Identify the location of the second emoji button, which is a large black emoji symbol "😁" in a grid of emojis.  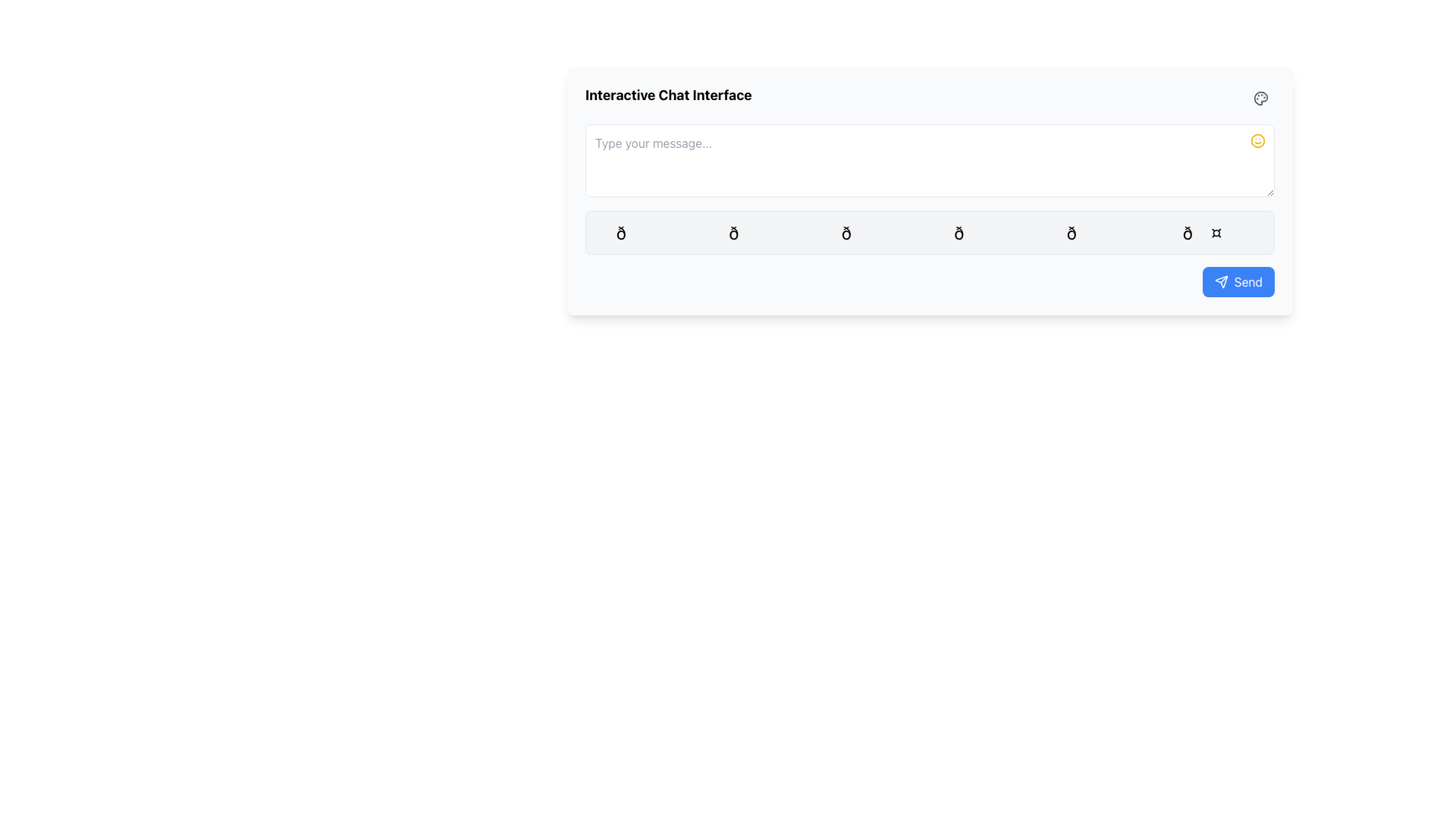
(761, 233).